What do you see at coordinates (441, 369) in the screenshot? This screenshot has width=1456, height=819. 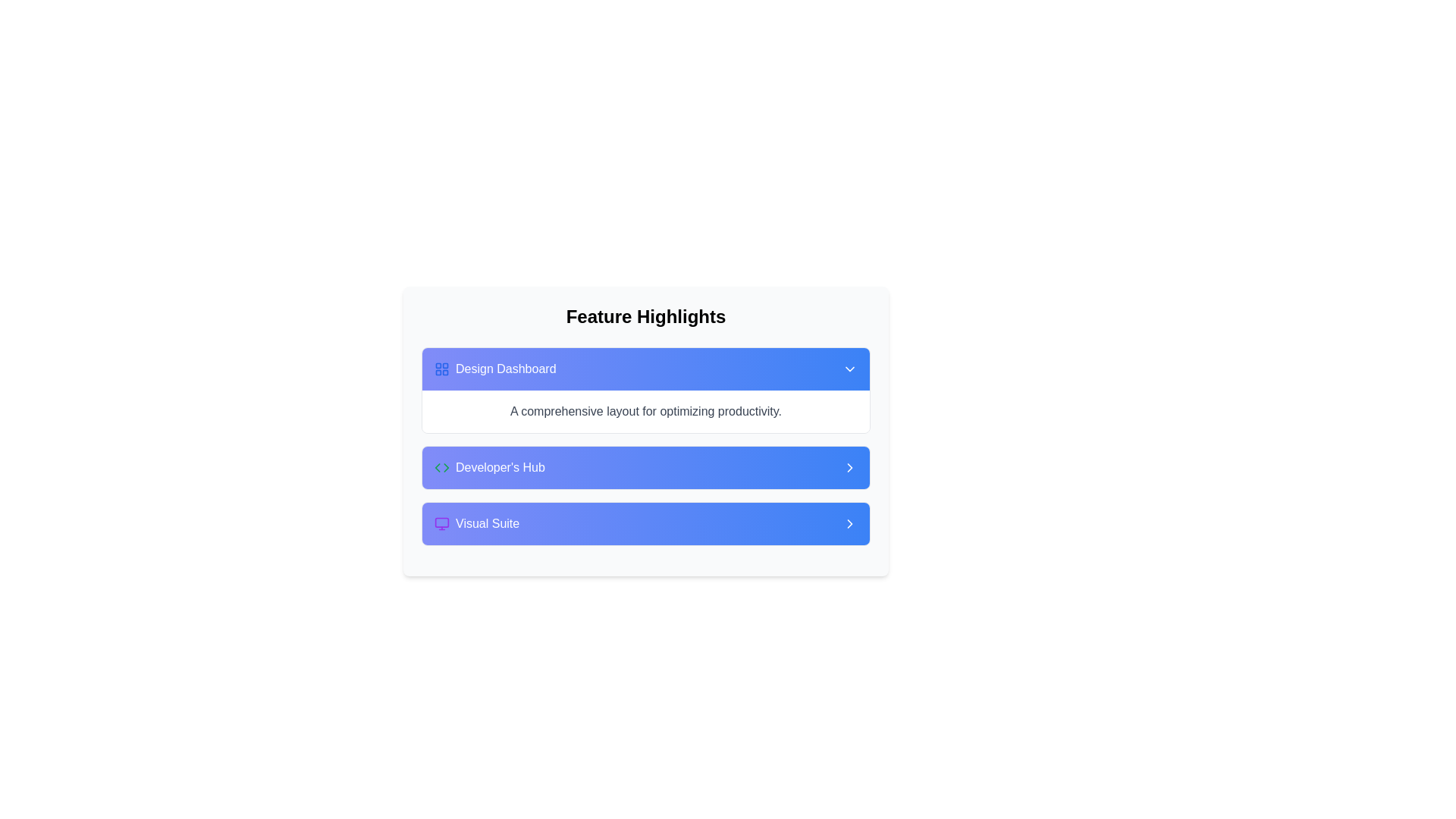 I see `the 'Dashboard' icon located to the left of the 'Design Dashboard' text in the topmost highlighted section of the card` at bounding box center [441, 369].